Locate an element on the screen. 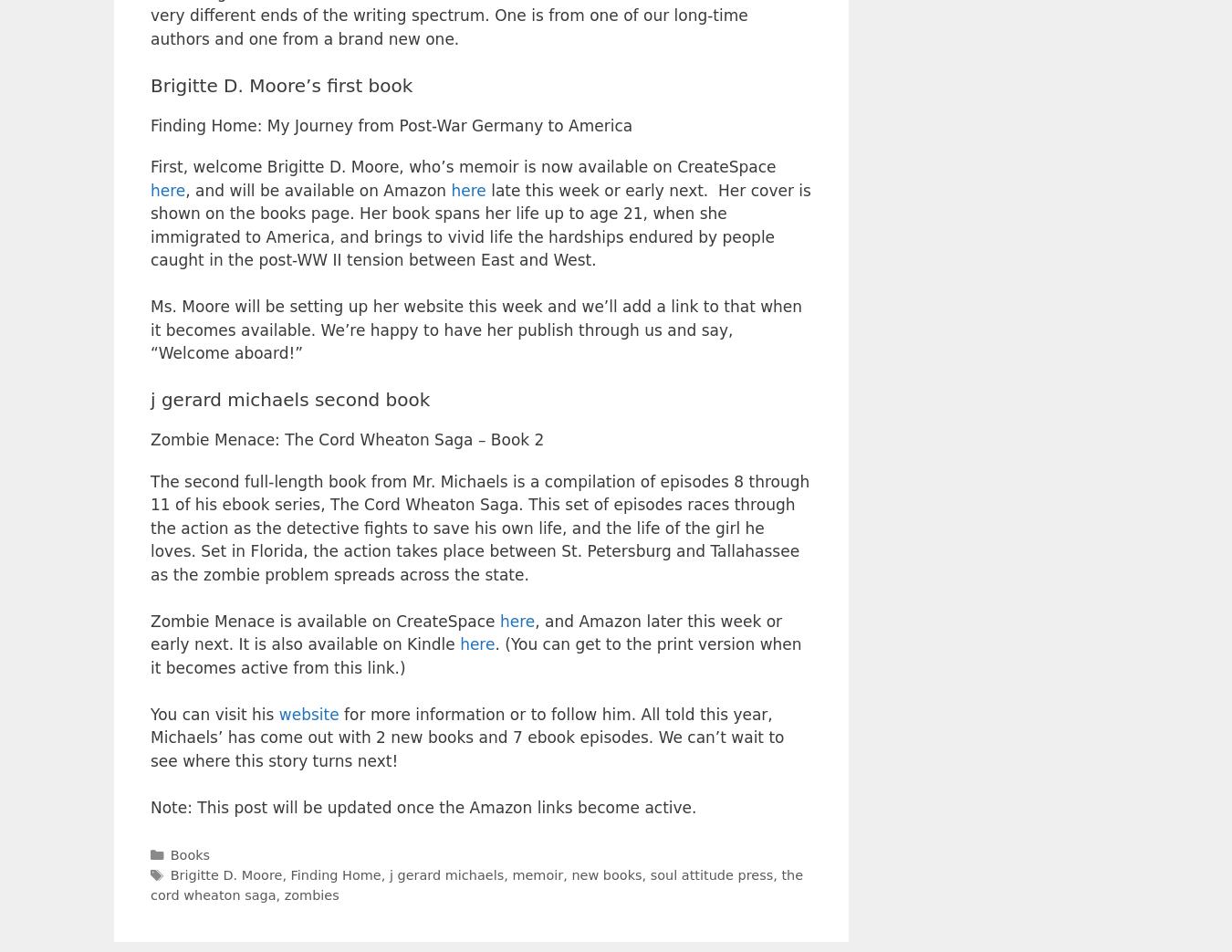  ', and Amazon later this week or early next. It is also available on Kindle' is located at coordinates (150, 632).